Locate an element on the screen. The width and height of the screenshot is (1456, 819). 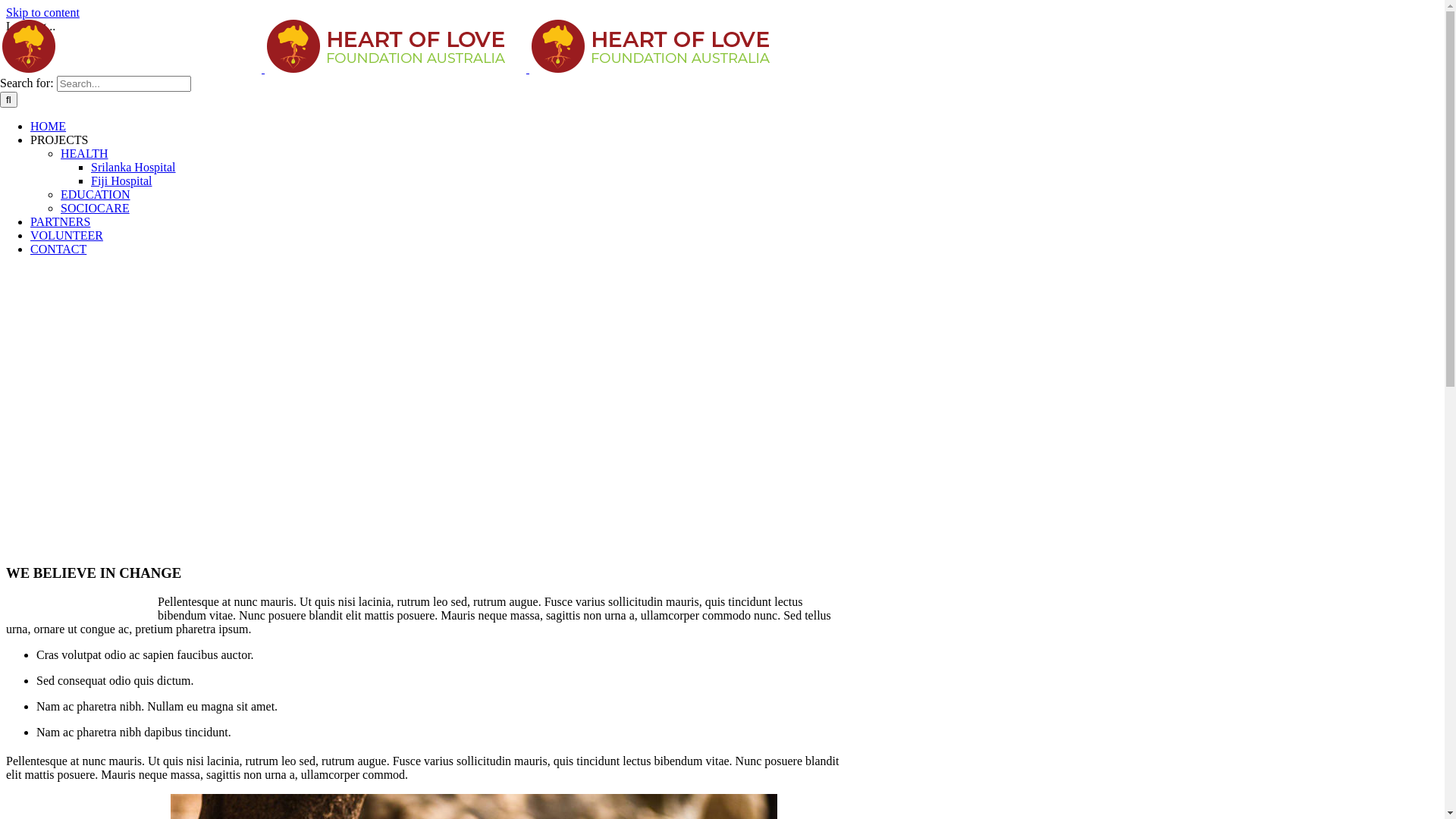
'PARTNERS' is located at coordinates (60, 221).